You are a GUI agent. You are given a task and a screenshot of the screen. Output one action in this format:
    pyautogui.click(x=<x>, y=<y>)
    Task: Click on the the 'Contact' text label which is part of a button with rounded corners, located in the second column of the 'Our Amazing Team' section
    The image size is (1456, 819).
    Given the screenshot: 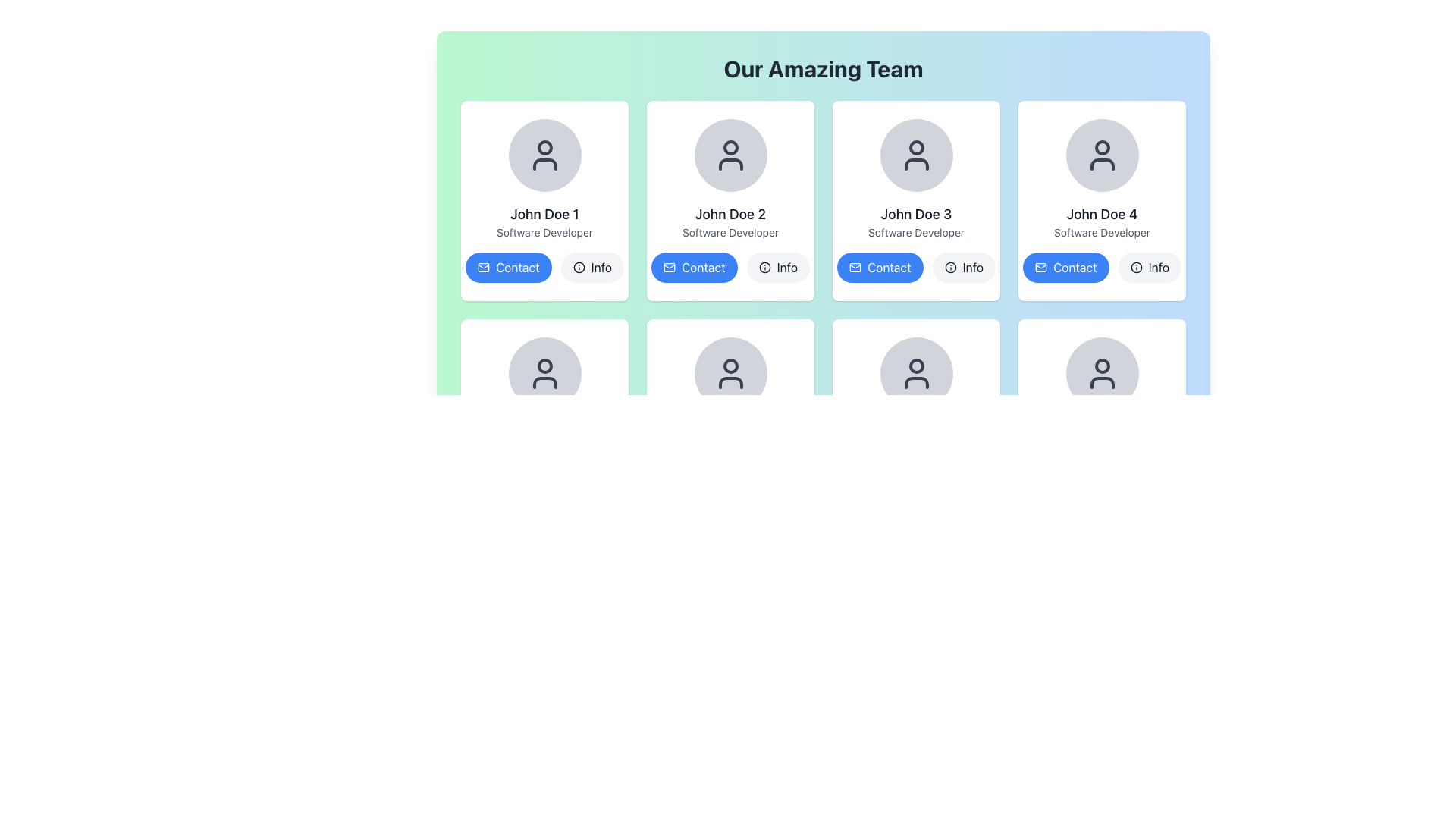 What is the action you would take?
    pyautogui.click(x=702, y=267)
    